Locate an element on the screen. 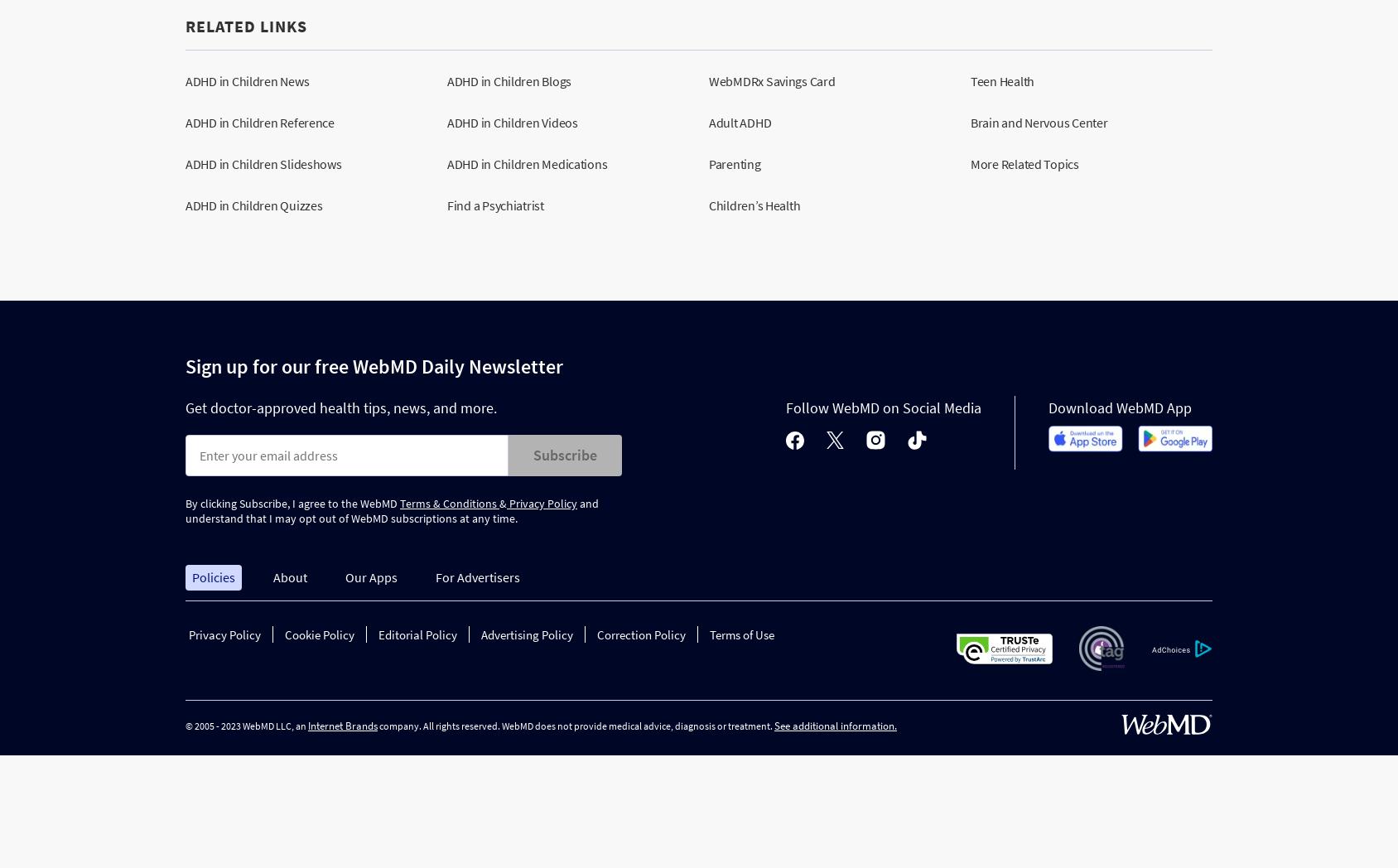 The image size is (1398, 868). 'Advertising Policy' is located at coordinates (526, 634).